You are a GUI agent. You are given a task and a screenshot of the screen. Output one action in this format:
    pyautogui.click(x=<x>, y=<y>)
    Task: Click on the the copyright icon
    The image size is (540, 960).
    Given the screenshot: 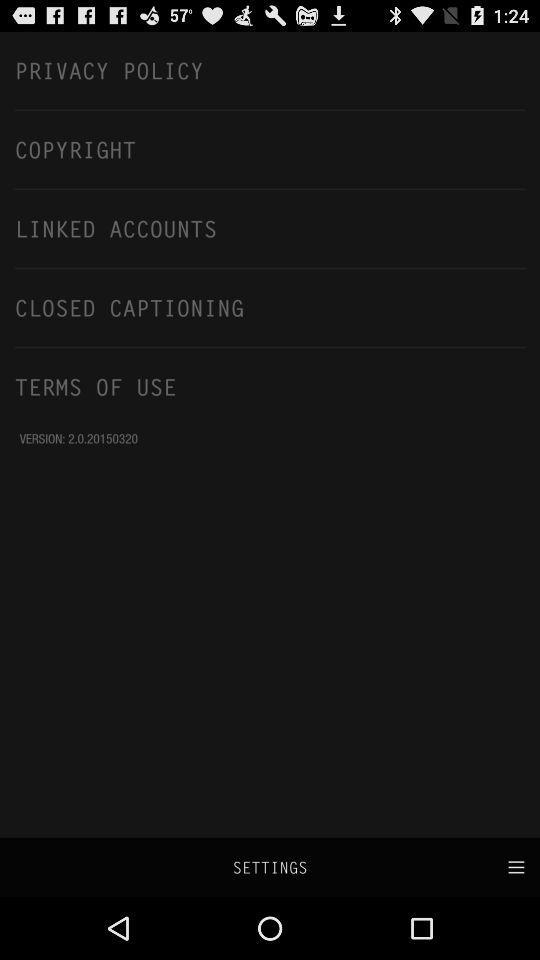 What is the action you would take?
    pyautogui.click(x=270, y=148)
    